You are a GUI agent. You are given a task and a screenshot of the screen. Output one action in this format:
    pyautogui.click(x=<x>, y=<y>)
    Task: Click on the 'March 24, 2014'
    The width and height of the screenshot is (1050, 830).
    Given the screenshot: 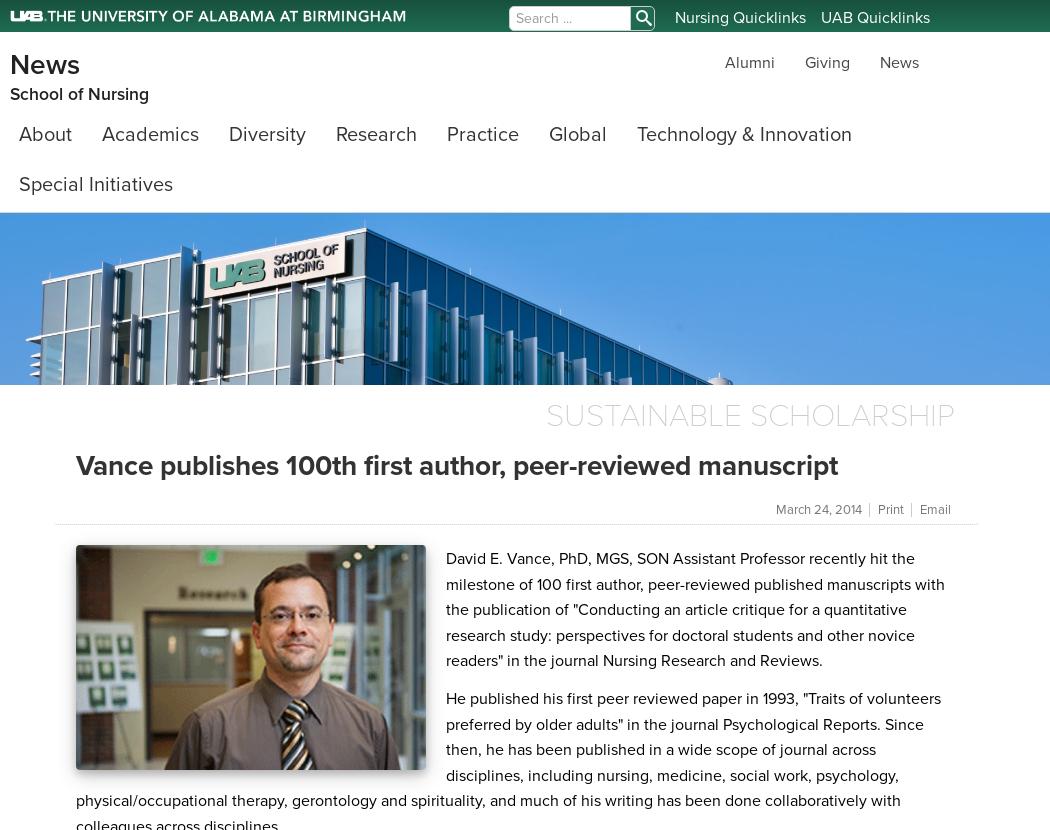 What is the action you would take?
    pyautogui.click(x=819, y=510)
    